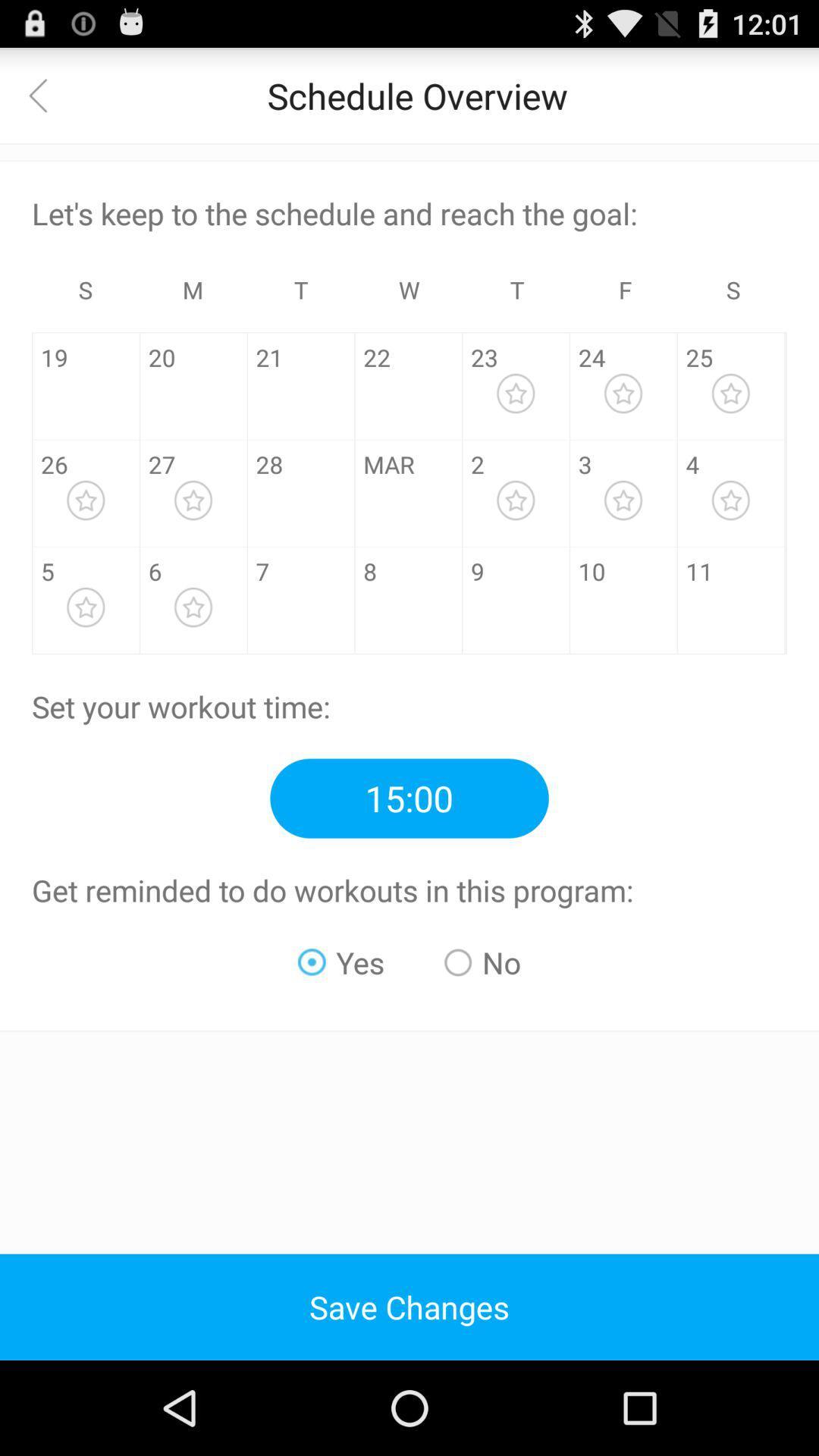 The image size is (819, 1456). What do you see at coordinates (409, 798) in the screenshot?
I see `the time 1500` at bounding box center [409, 798].